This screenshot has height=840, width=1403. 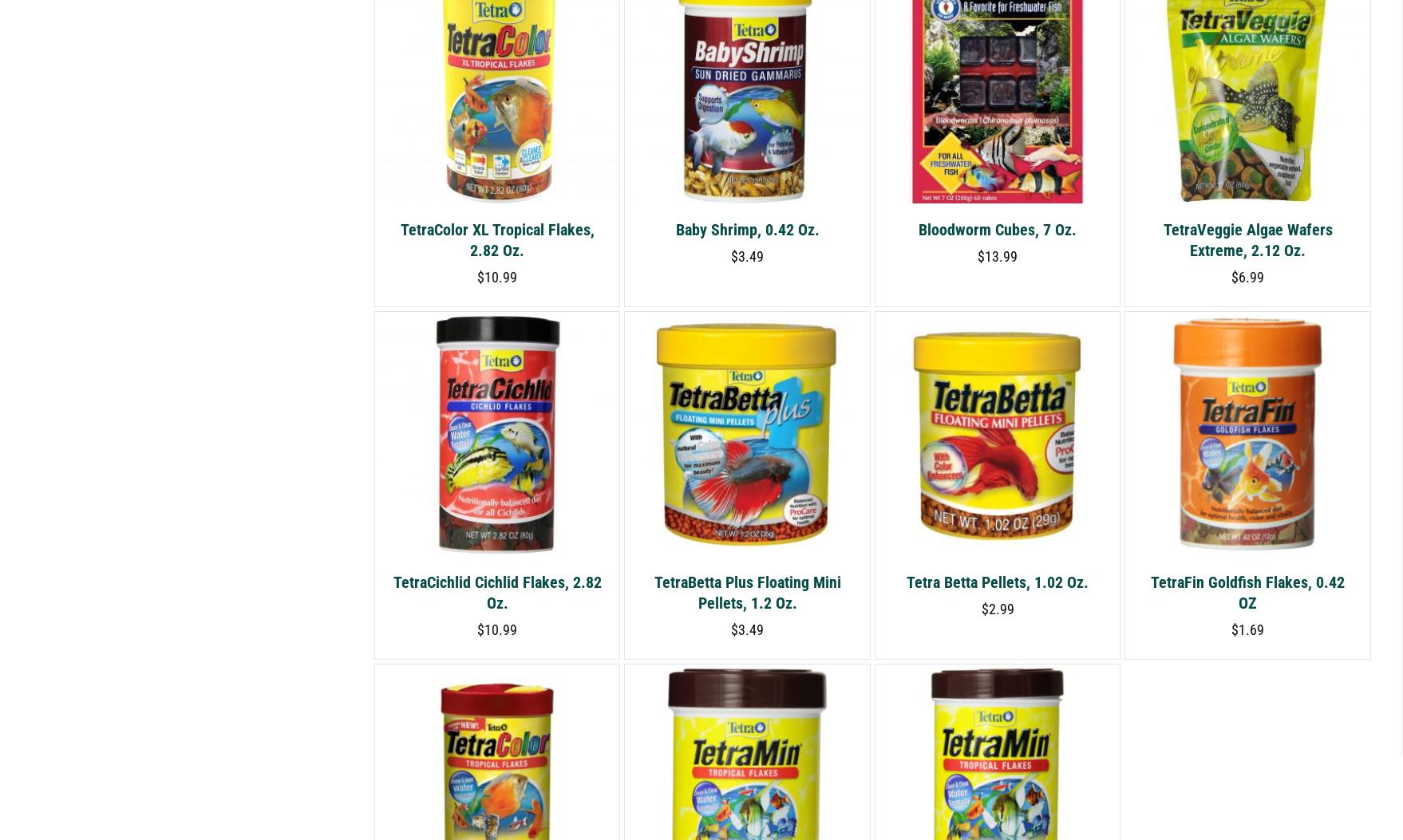 I want to click on 'Bloodworm Cubes, 7 oz.', so click(x=997, y=228).